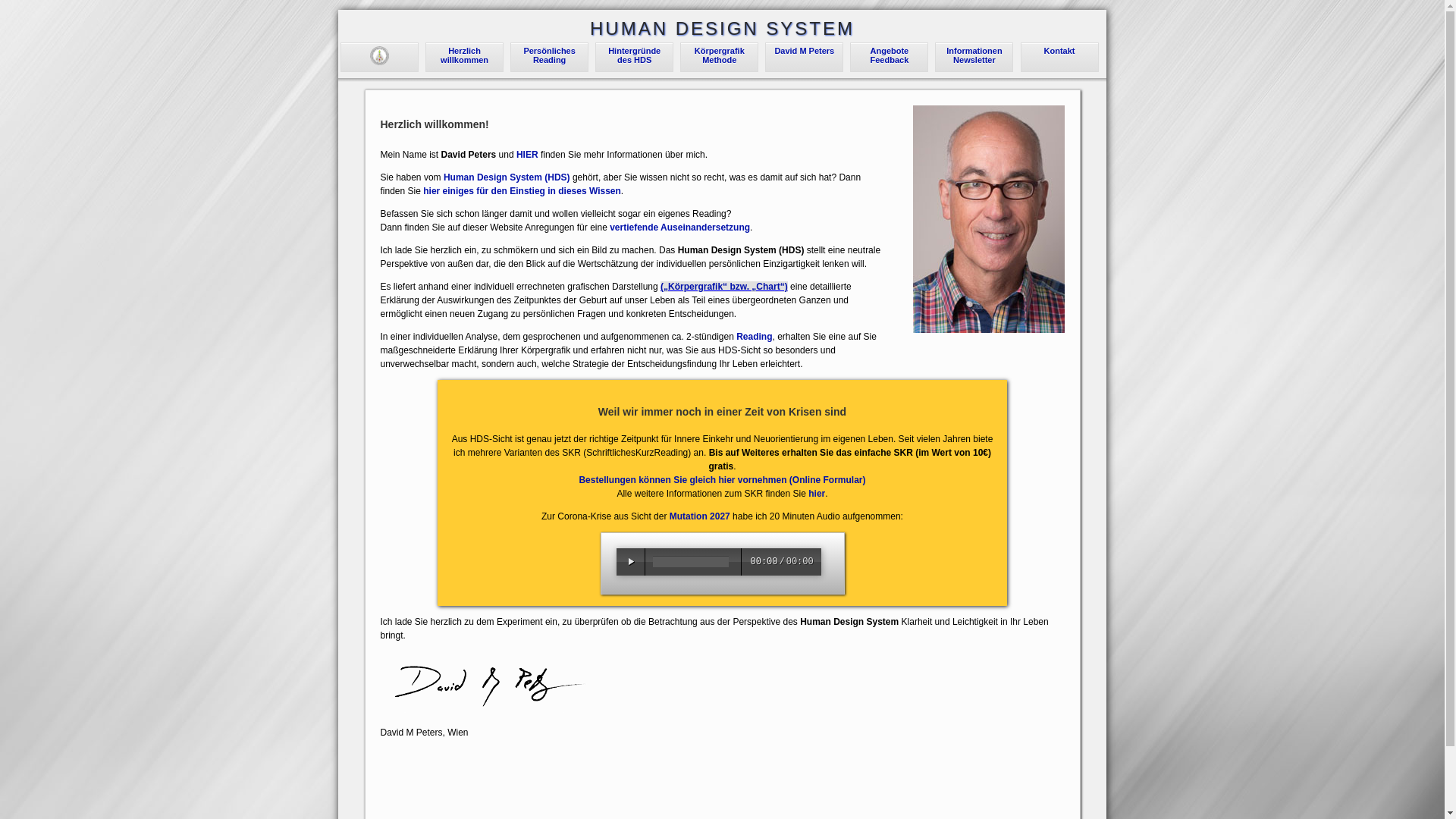 The width and height of the screenshot is (1456, 819). What do you see at coordinates (610, 227) in the screenshot?
I see `'vertiefende Auseinandersetzung'` at bounding box center [610, 227].